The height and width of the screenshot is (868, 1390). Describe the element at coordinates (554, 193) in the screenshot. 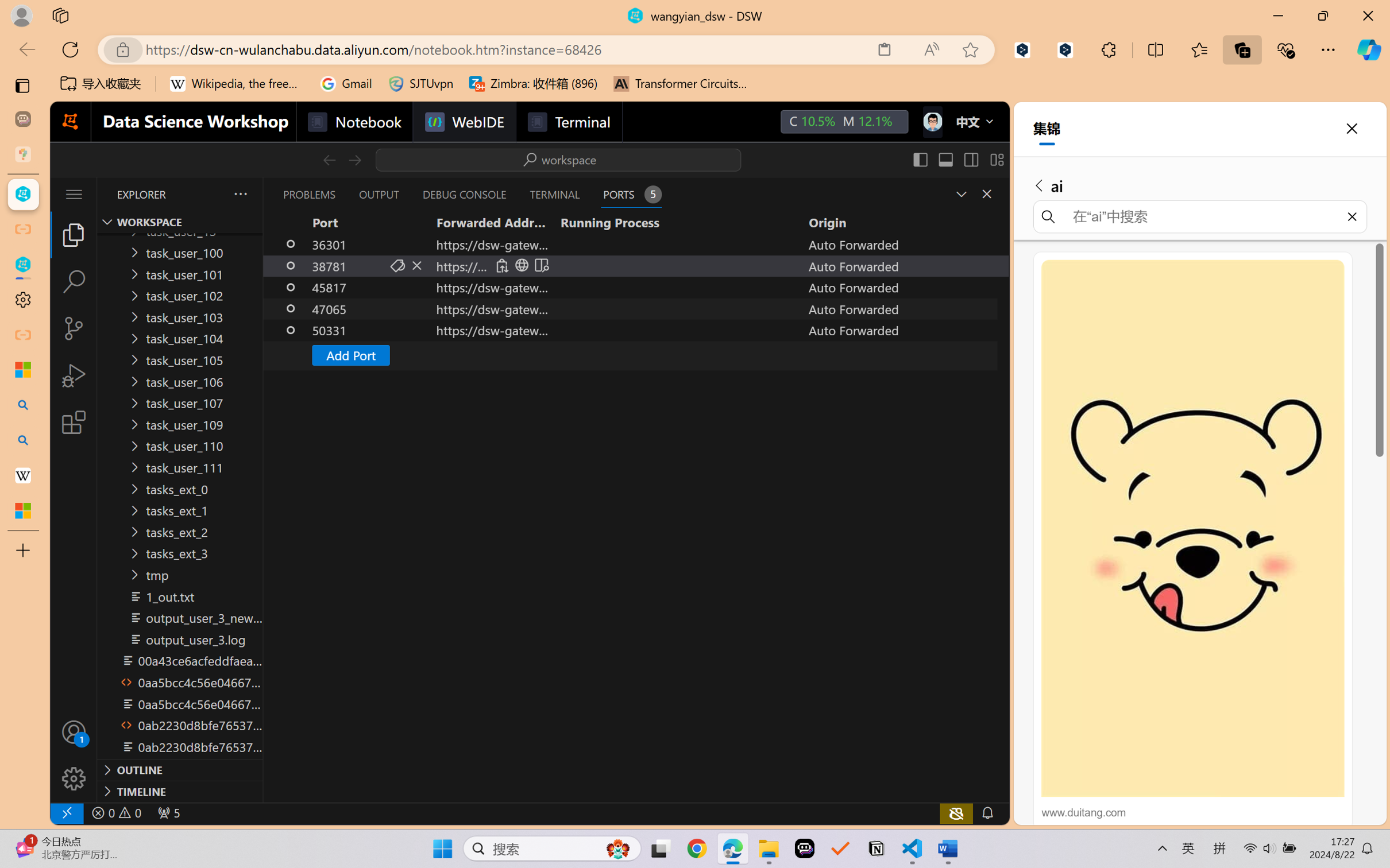

I see `'Terminal (Ctrl+`)'` at that location.